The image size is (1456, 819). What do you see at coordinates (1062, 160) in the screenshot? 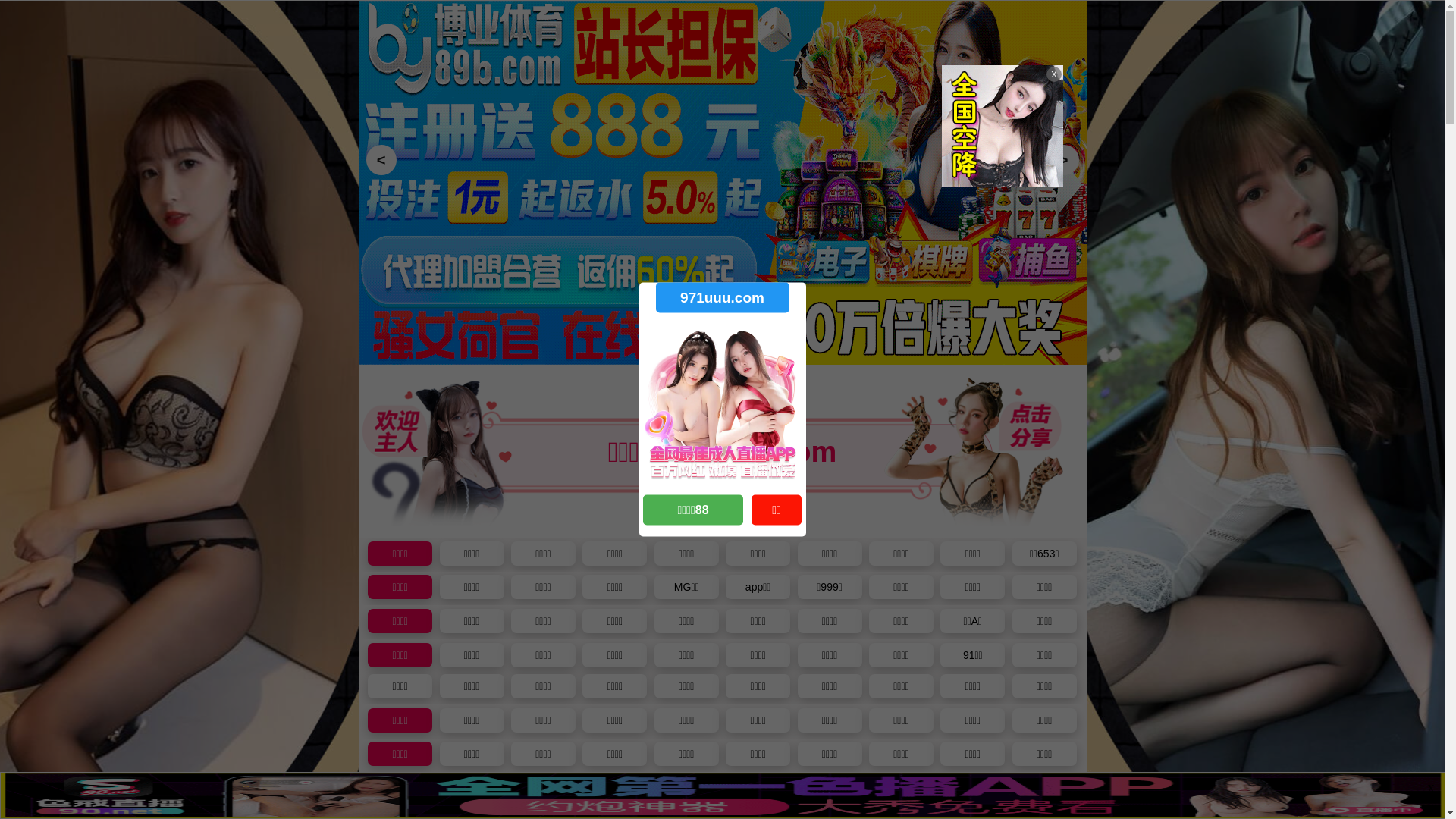
I see `'>'` at bounding box center [1062, 160].